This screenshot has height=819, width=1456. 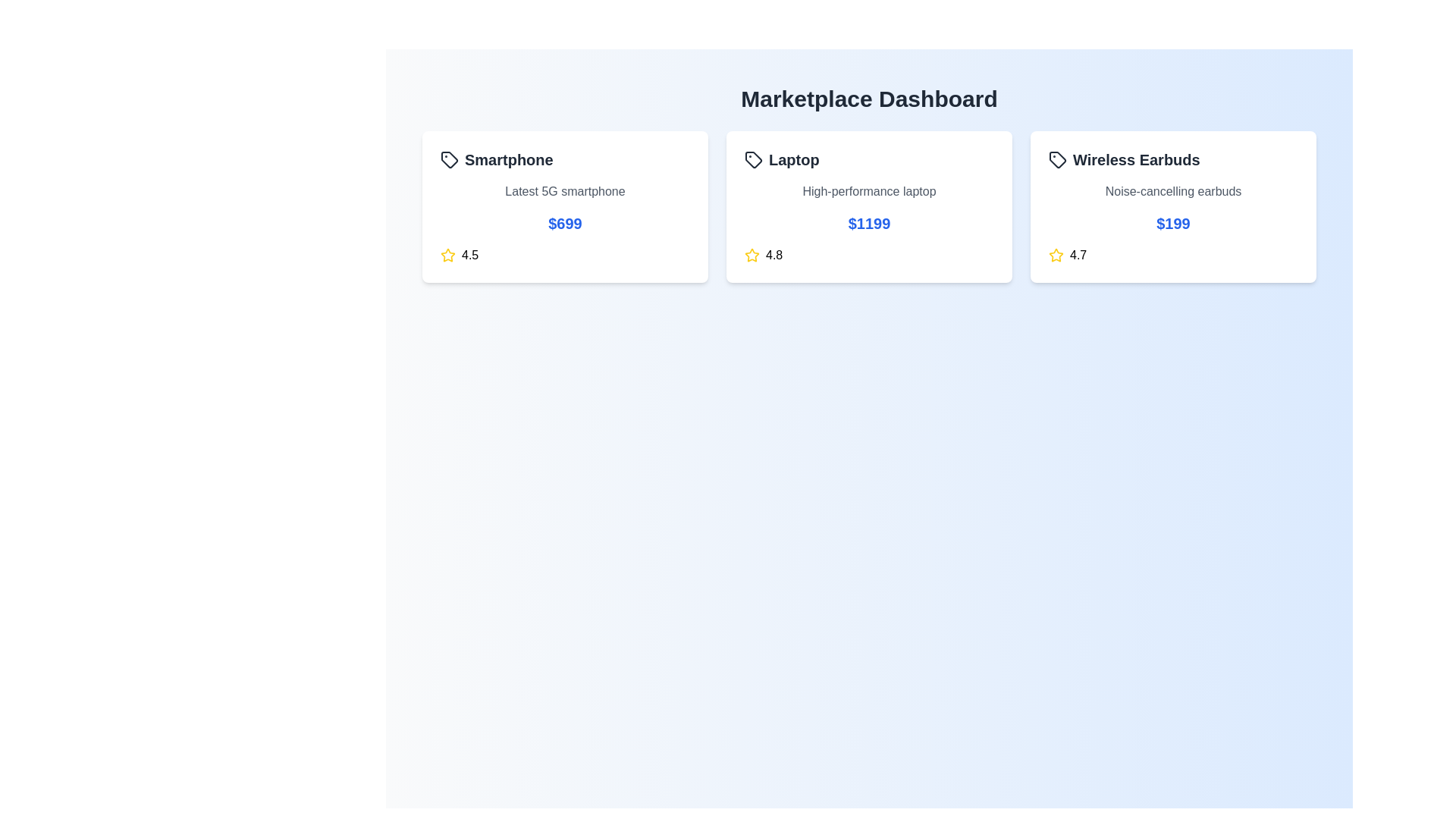 I want to click on pricing text element displaying '$699', which is styled in a bold blue font and located below the descriptive text 'Latest 5G smartphone', so click(x=564, y=223).